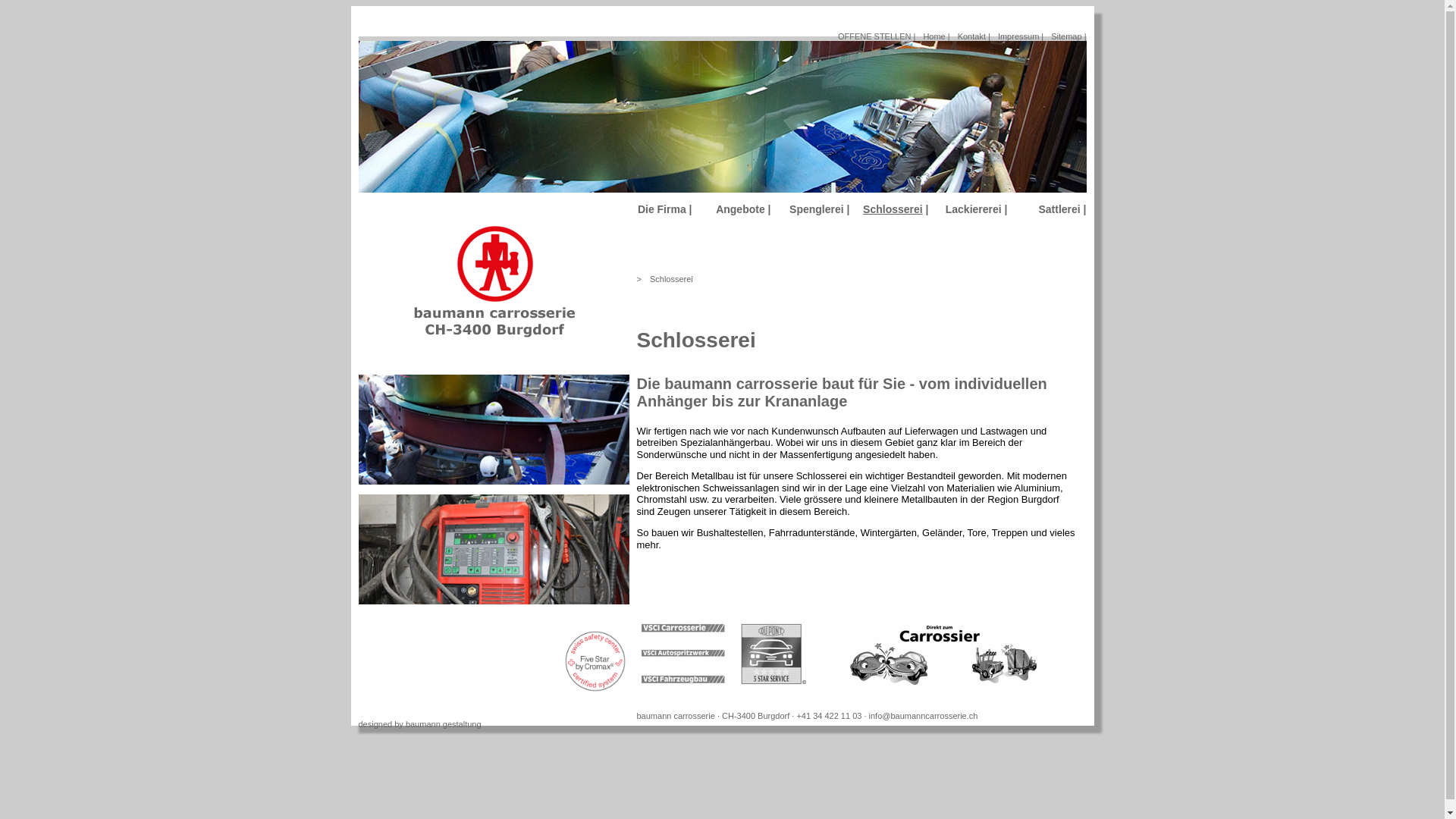 The height and width of the screenshot is (819, 1456). I want to click on 'OFFENE STELLEN', so click(836, 35).